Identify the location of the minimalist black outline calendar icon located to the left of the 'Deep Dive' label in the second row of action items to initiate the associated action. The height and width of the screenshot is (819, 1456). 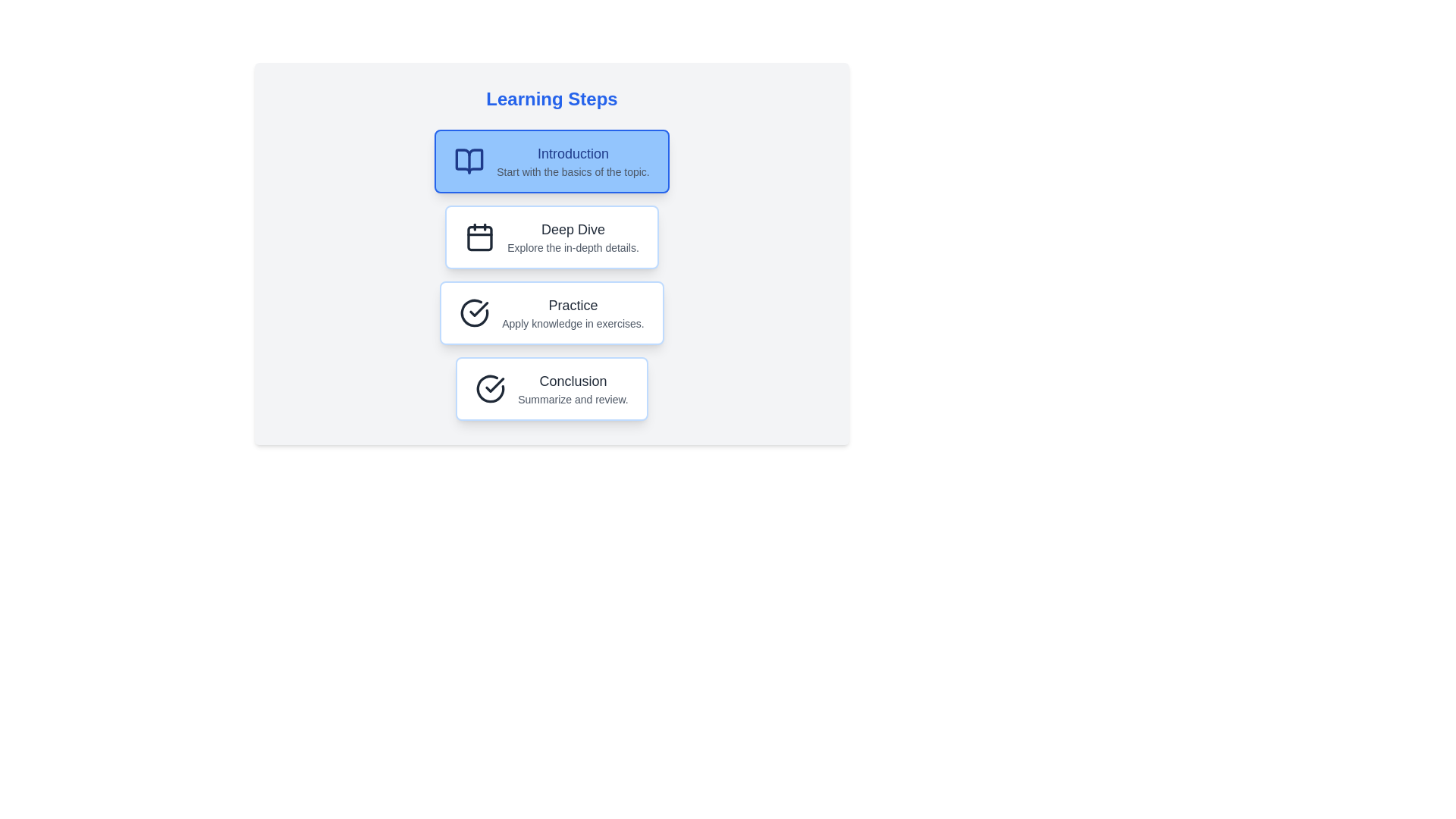
(479, 237).